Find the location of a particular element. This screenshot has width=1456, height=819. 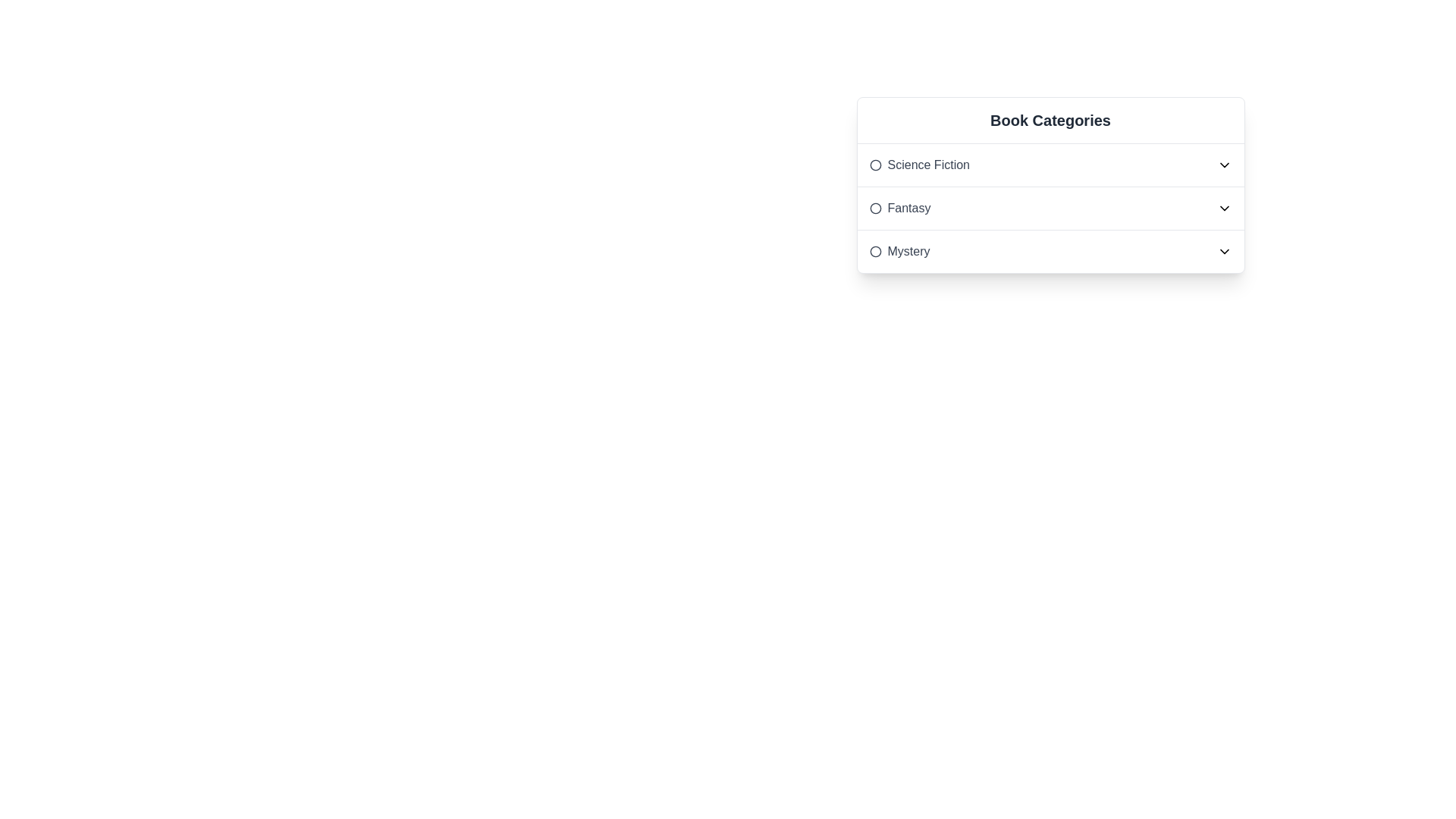

the selection indicator icon located to the left of the 'Science Fiction' label in the 'Book Categories' section is located at coordinates (875, 165).